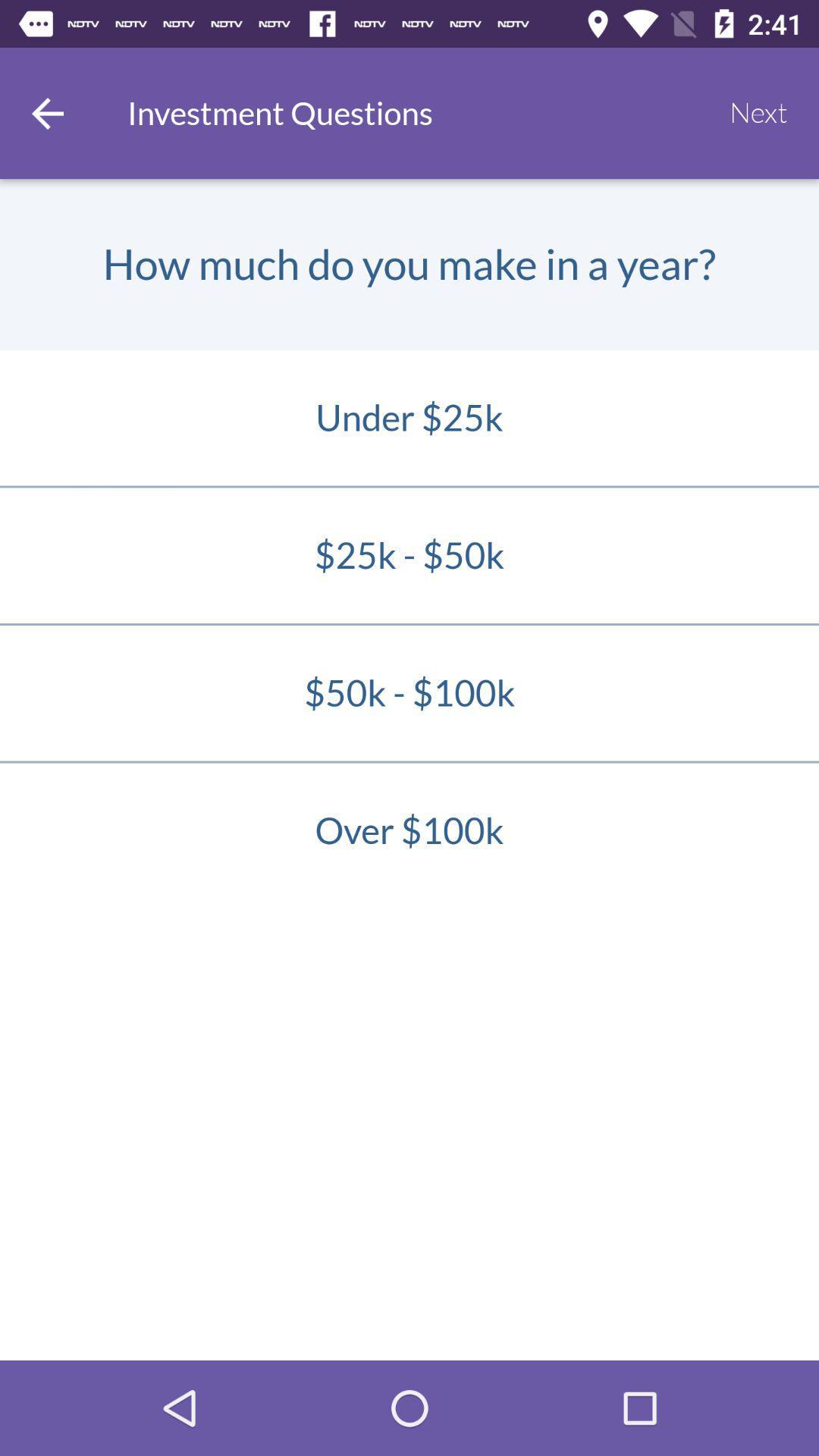 The width and height of the screenshot is (819, 1456). I want to click on go back, so click(46, 112).